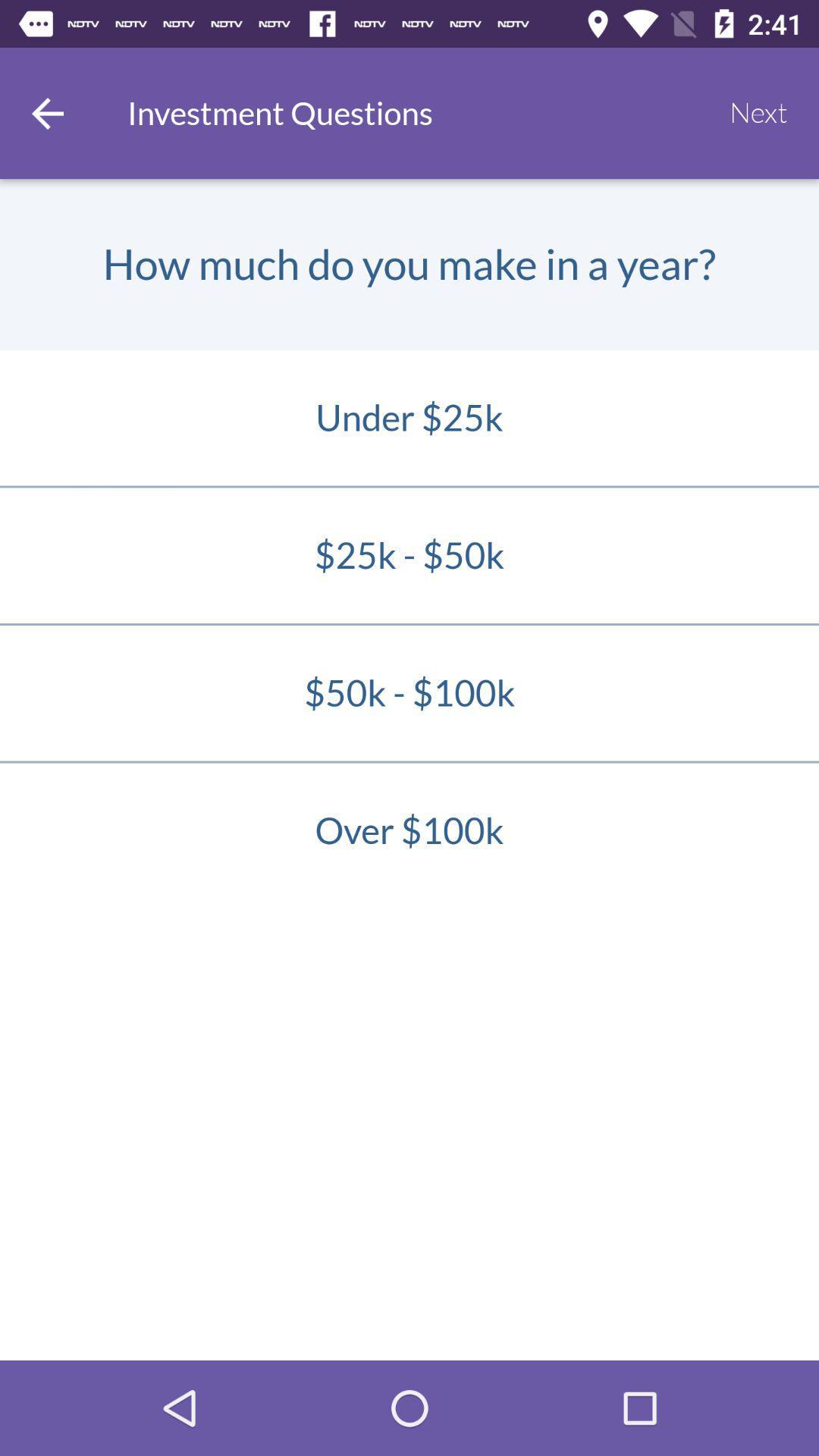 The width and height of the screenshot is (819, 1456). I want to click on go back, so click(46, 112).